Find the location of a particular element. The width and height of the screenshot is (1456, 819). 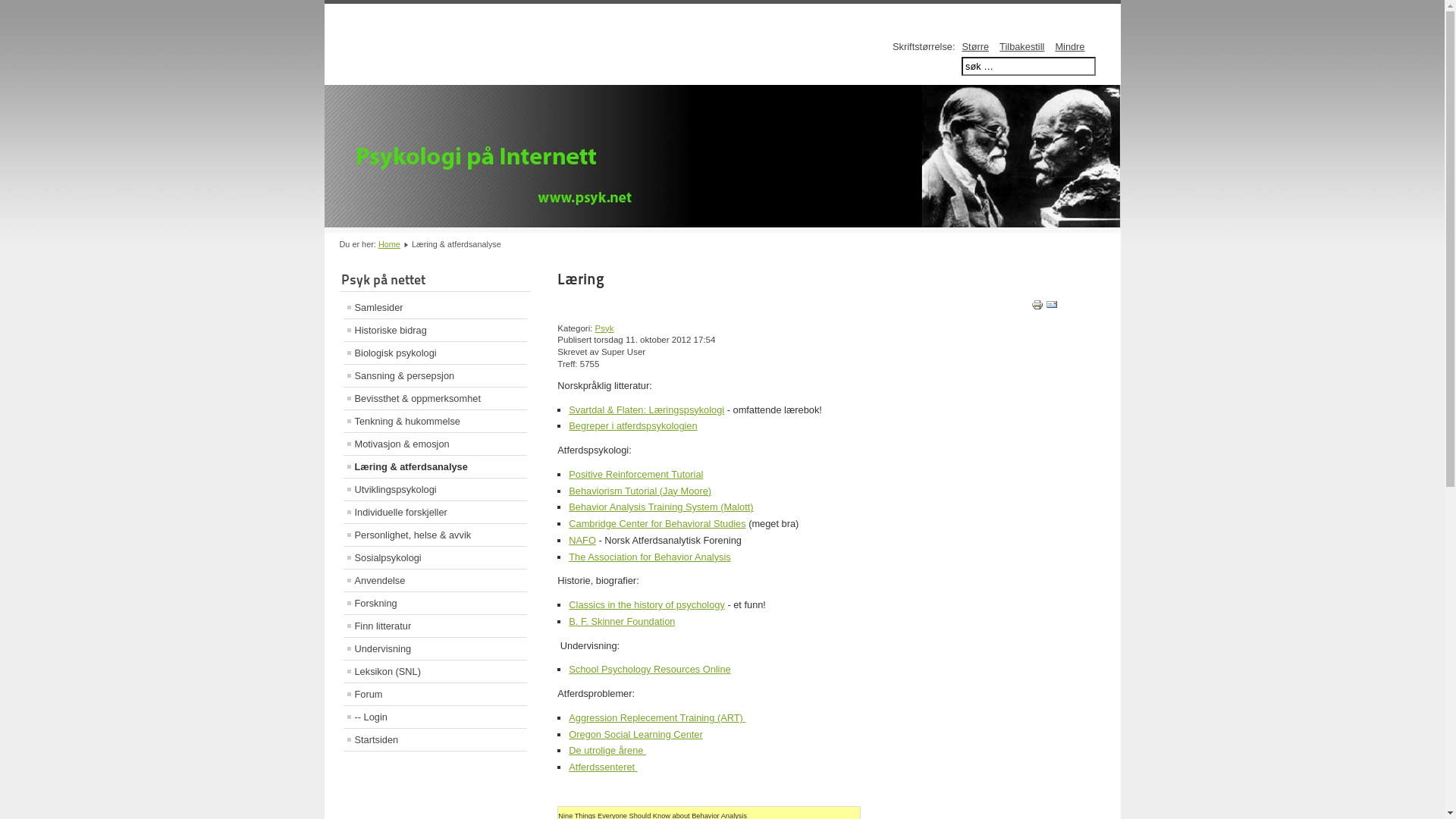

'Utviklingspsykologi' is located at coordinates (434, 489).